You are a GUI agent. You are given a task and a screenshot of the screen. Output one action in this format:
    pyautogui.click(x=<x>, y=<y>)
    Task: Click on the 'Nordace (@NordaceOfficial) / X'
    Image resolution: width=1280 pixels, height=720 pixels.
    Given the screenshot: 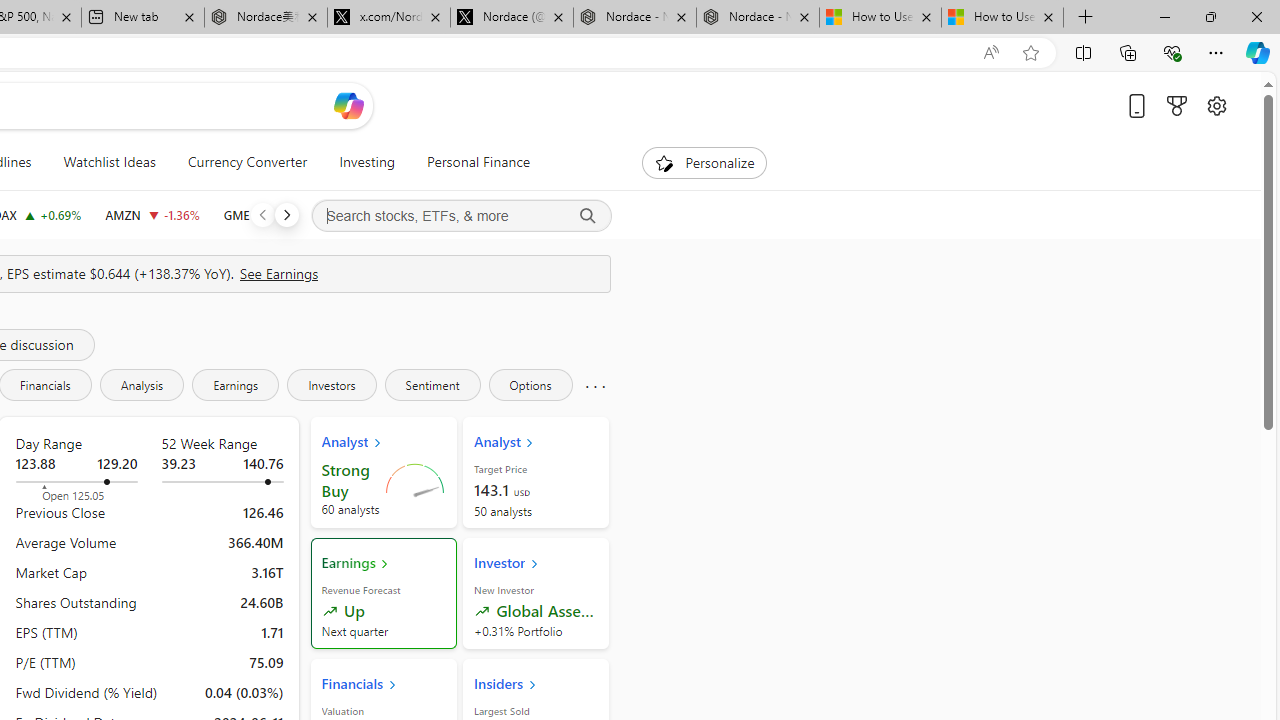 What is the action you would take?
    pyautogui.click(x=512, y=17)
    